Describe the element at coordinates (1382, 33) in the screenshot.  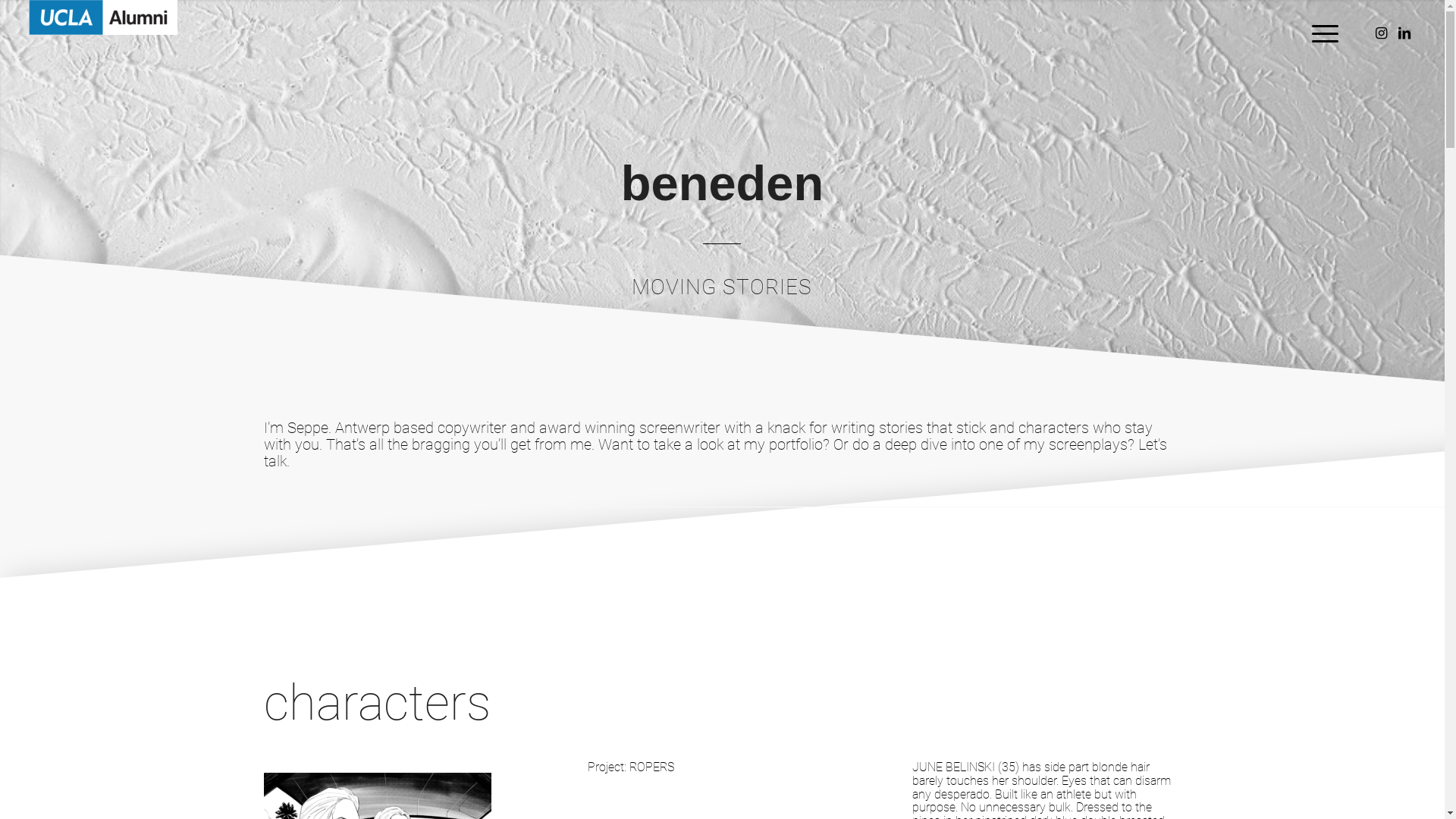
I see `'Instagram'` at that location.